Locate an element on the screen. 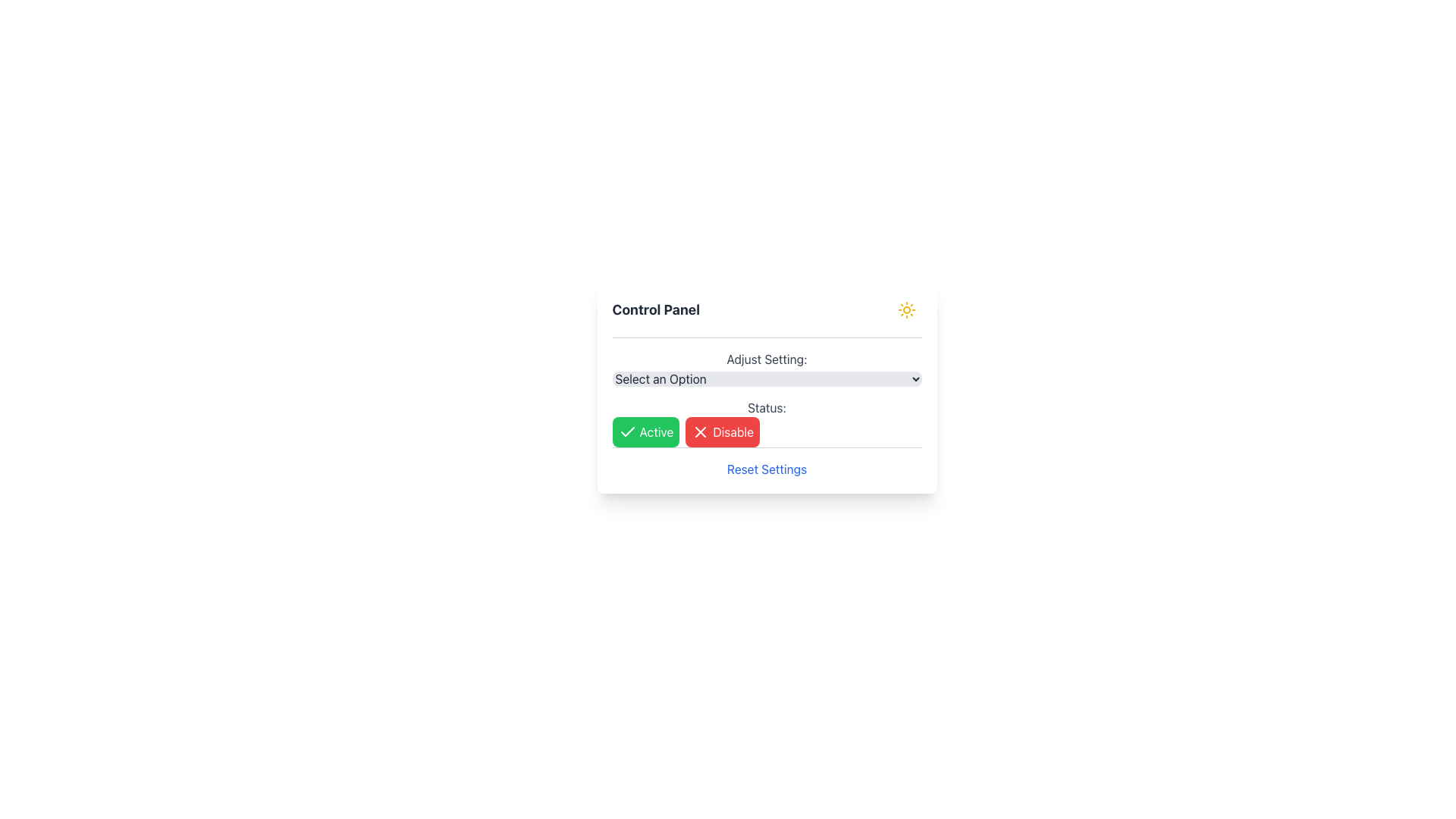 The image size is (1456, 819). an option from the 'Adjust Setting:' dropdown menu, which is located below the 'Control Panel' heading and initially displays 'Select an Option' is located at coordinates (767, 369).